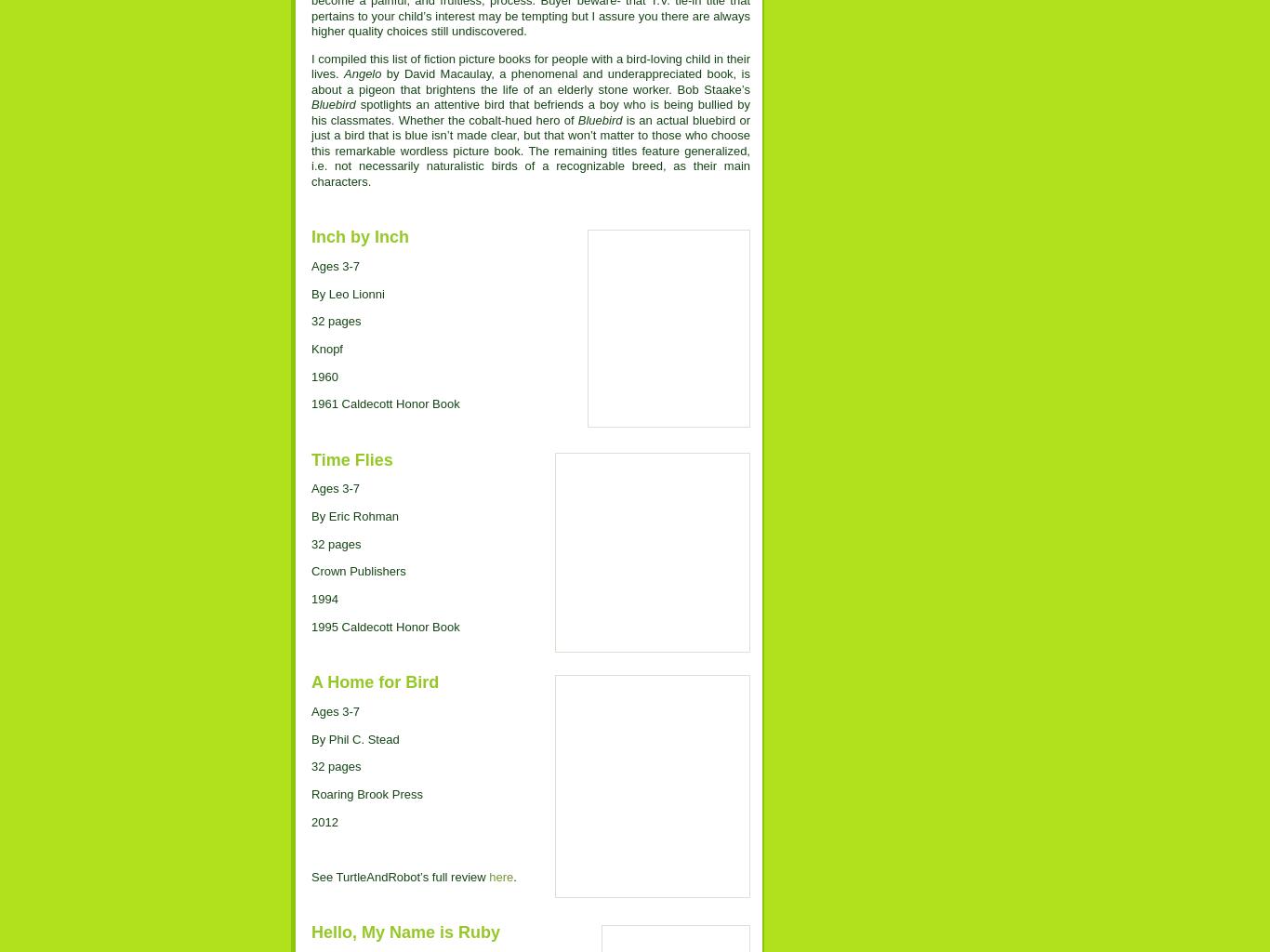  Describe the element at coordinates (353, 516) in the screenshot. I see `'By Eric Rohman'` at that location.